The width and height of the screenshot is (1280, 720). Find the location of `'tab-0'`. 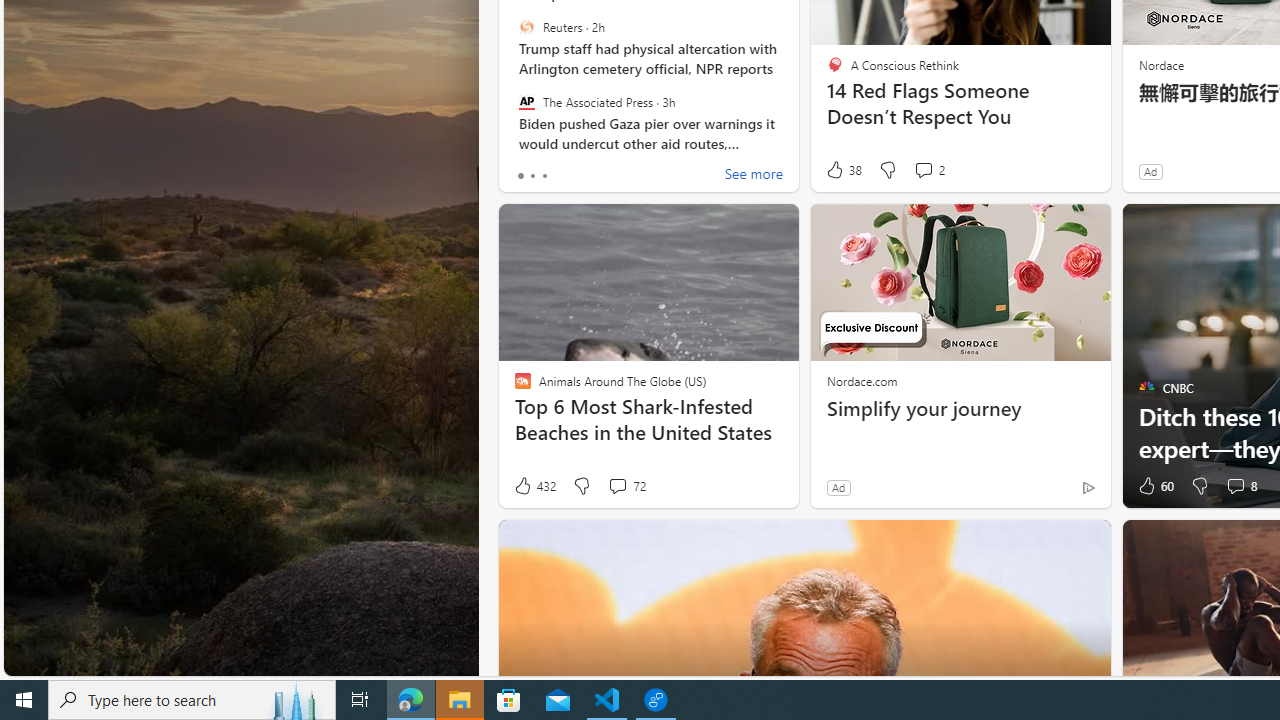

'tab-0' is located at coordinates (520, 175).